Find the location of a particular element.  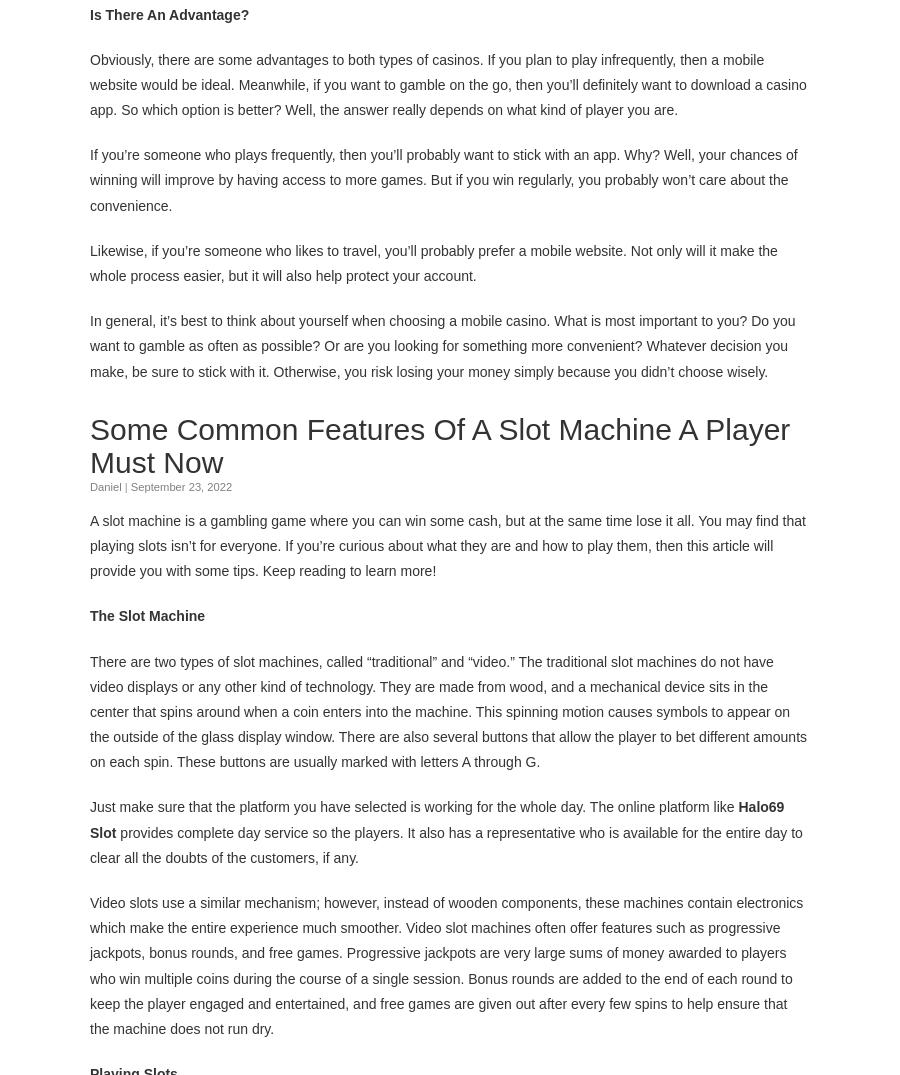

'Halo69 Slot' is located at coordinates (437, 818).